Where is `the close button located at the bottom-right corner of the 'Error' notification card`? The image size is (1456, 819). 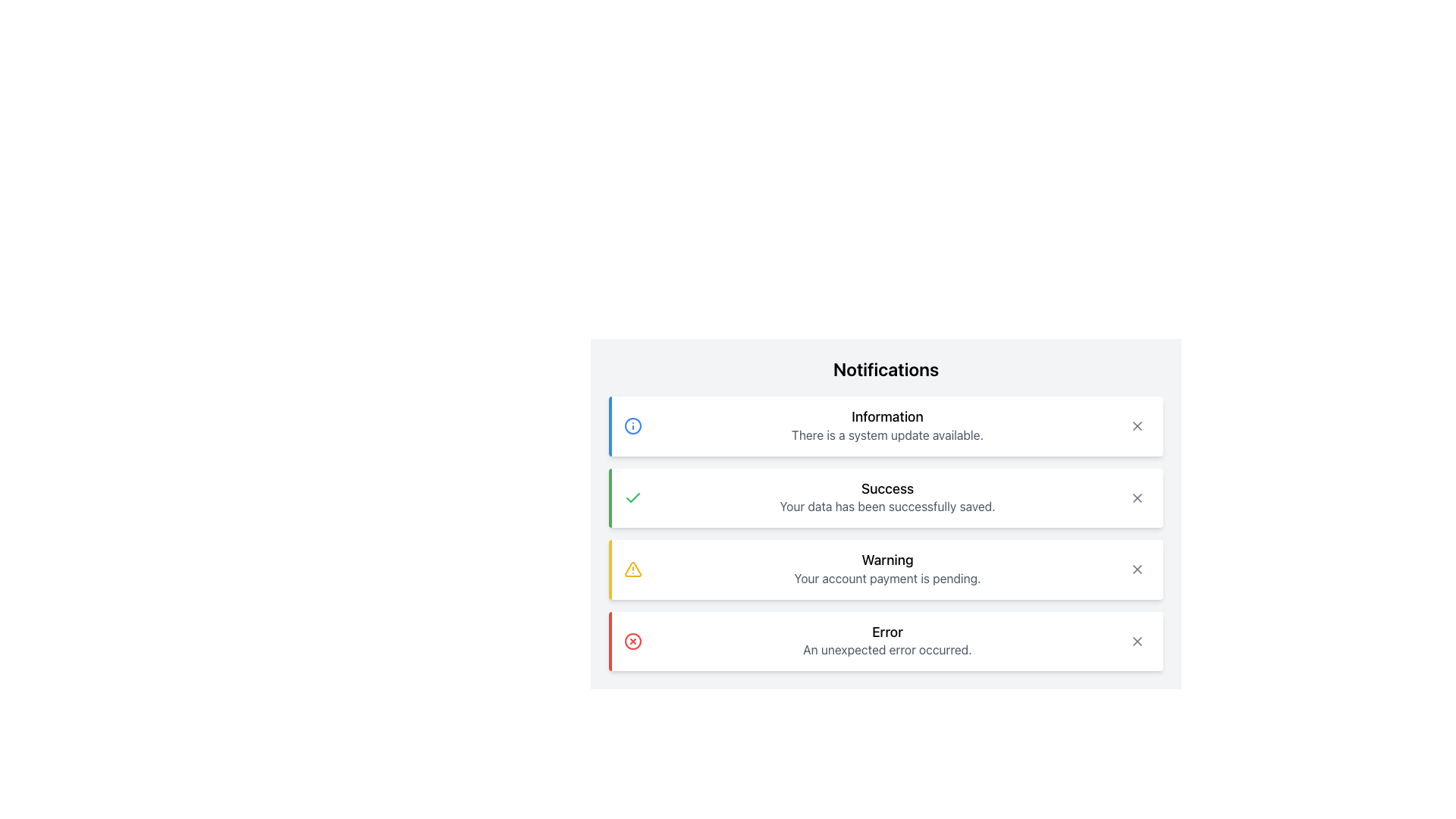
the close button located at the bottom-right corner of the 'Error' notification card is located at coordinates (1137, 640).